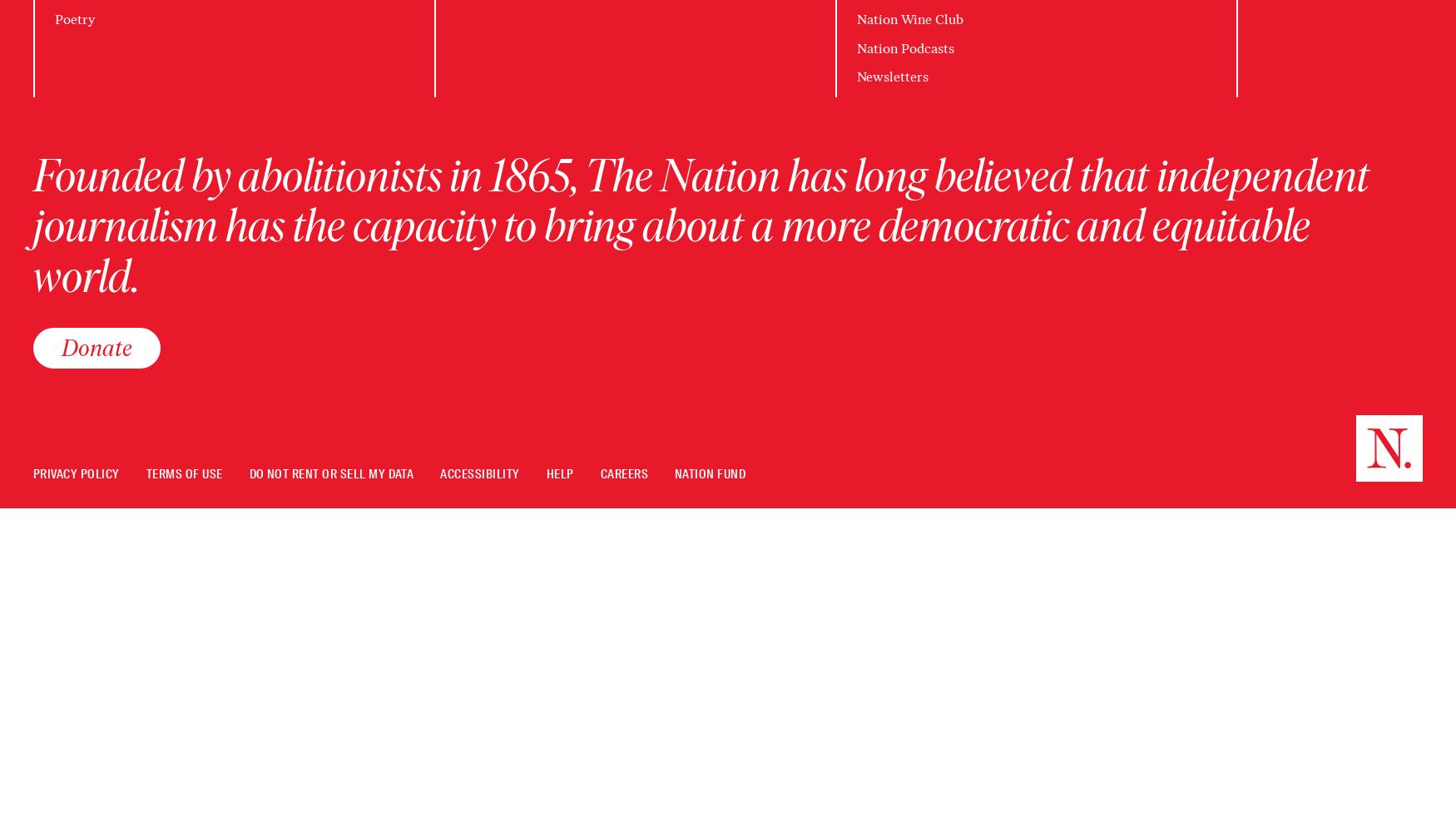  What do you see at coordinates (909, 19) in the screenshot?
I see `'Nation Wine Club'` at bounding box center [909, 19].